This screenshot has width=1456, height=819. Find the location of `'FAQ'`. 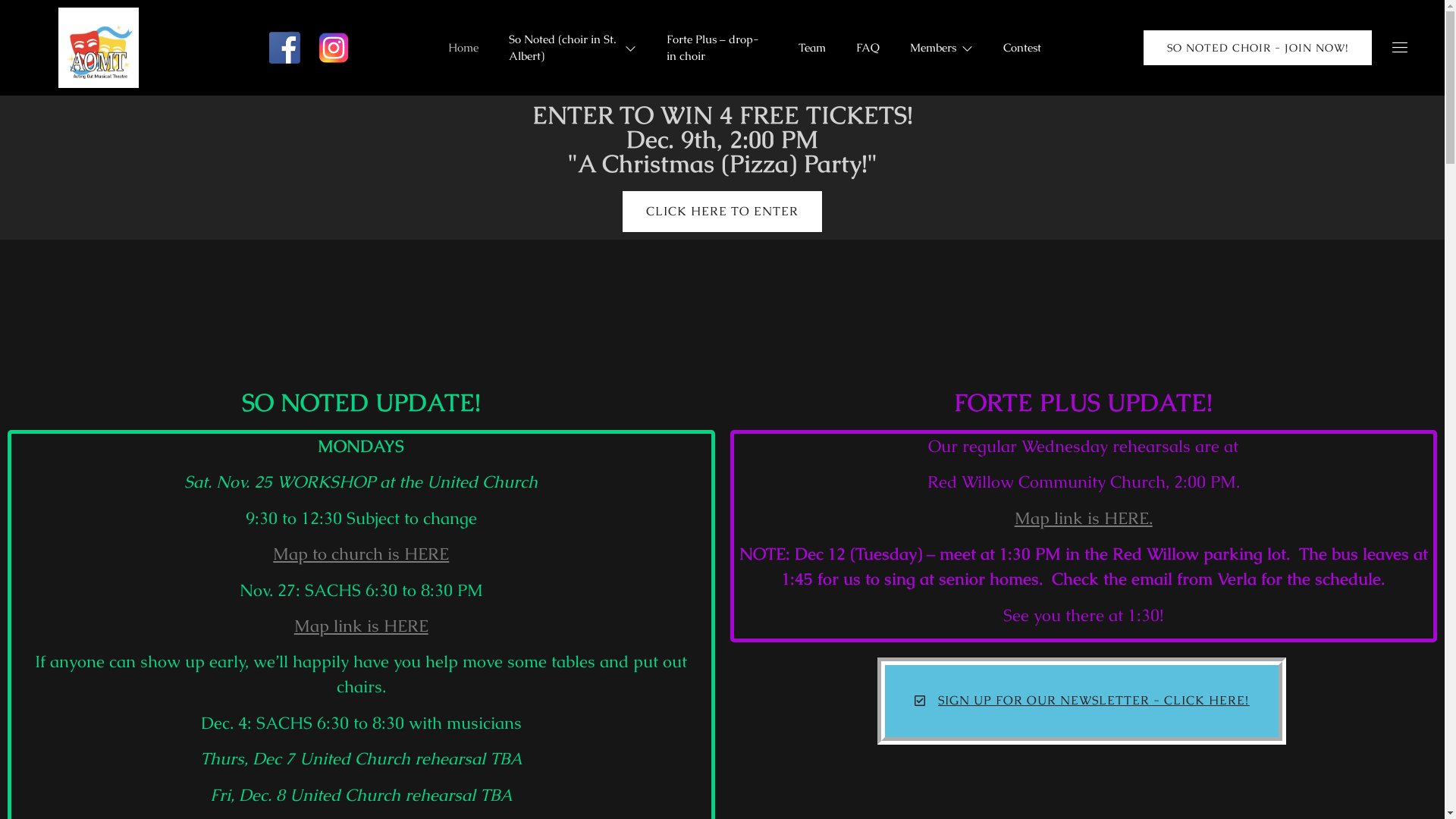

'FAQ' is located at coordinates (868, 46).